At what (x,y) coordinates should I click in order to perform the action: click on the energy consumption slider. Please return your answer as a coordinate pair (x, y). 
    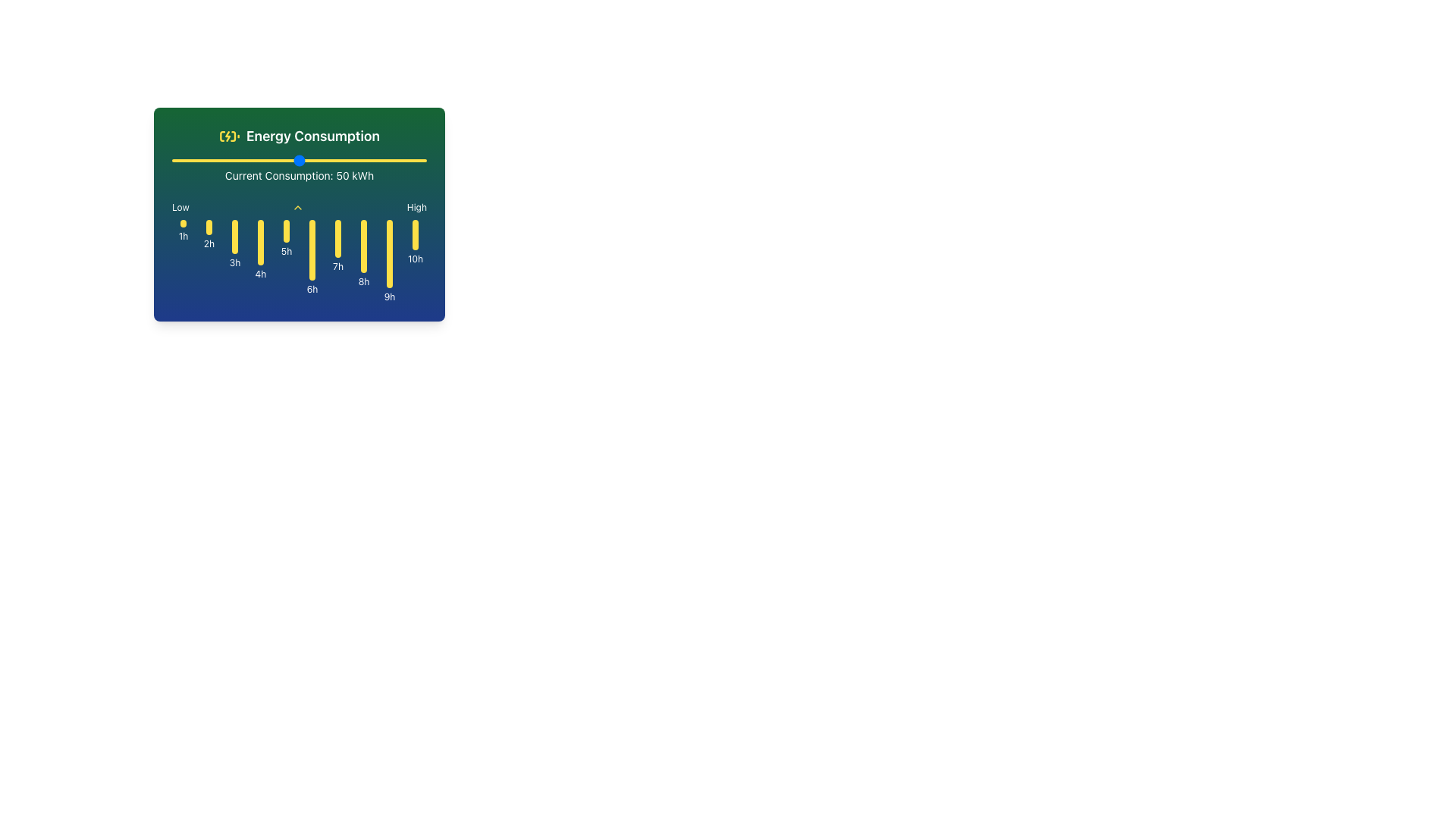
    Looking at the image, I should click on (259, 162).